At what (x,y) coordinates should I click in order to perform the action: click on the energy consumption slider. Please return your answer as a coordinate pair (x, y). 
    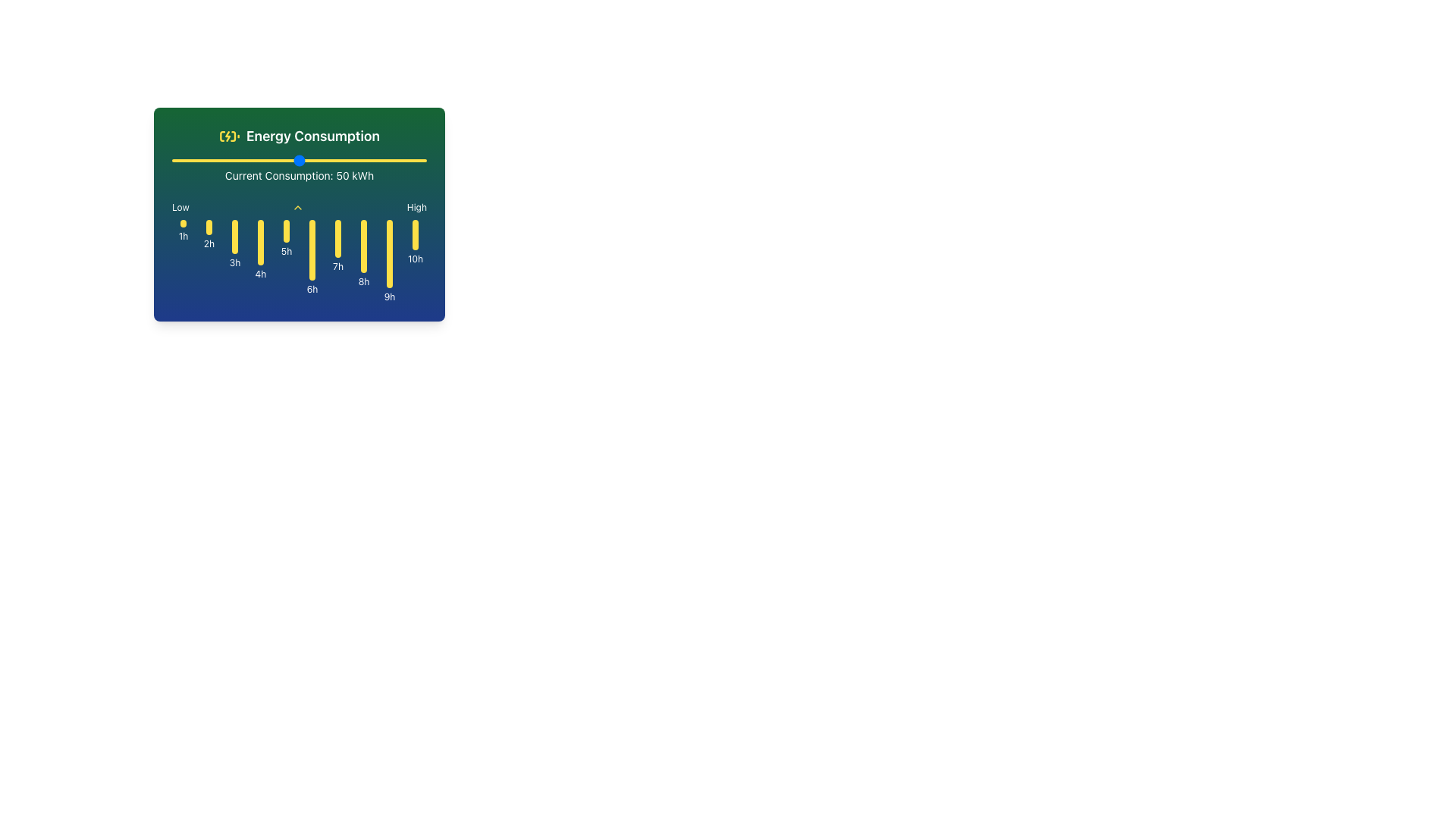
    Looking at the image, I should click on (259, 162).